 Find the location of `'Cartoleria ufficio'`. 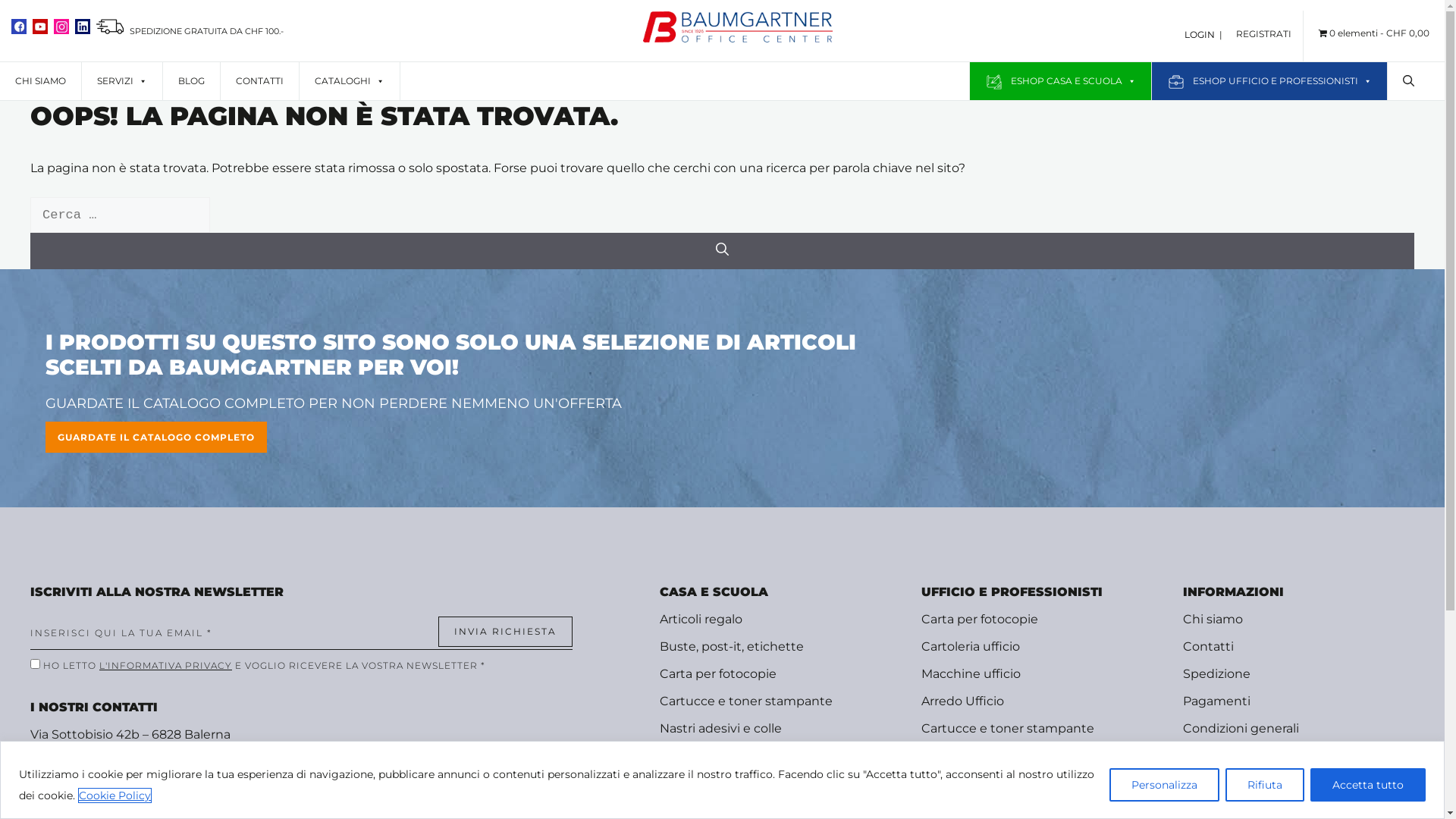

'Cartoleria ufficio' is located at coordinates (971, 646).